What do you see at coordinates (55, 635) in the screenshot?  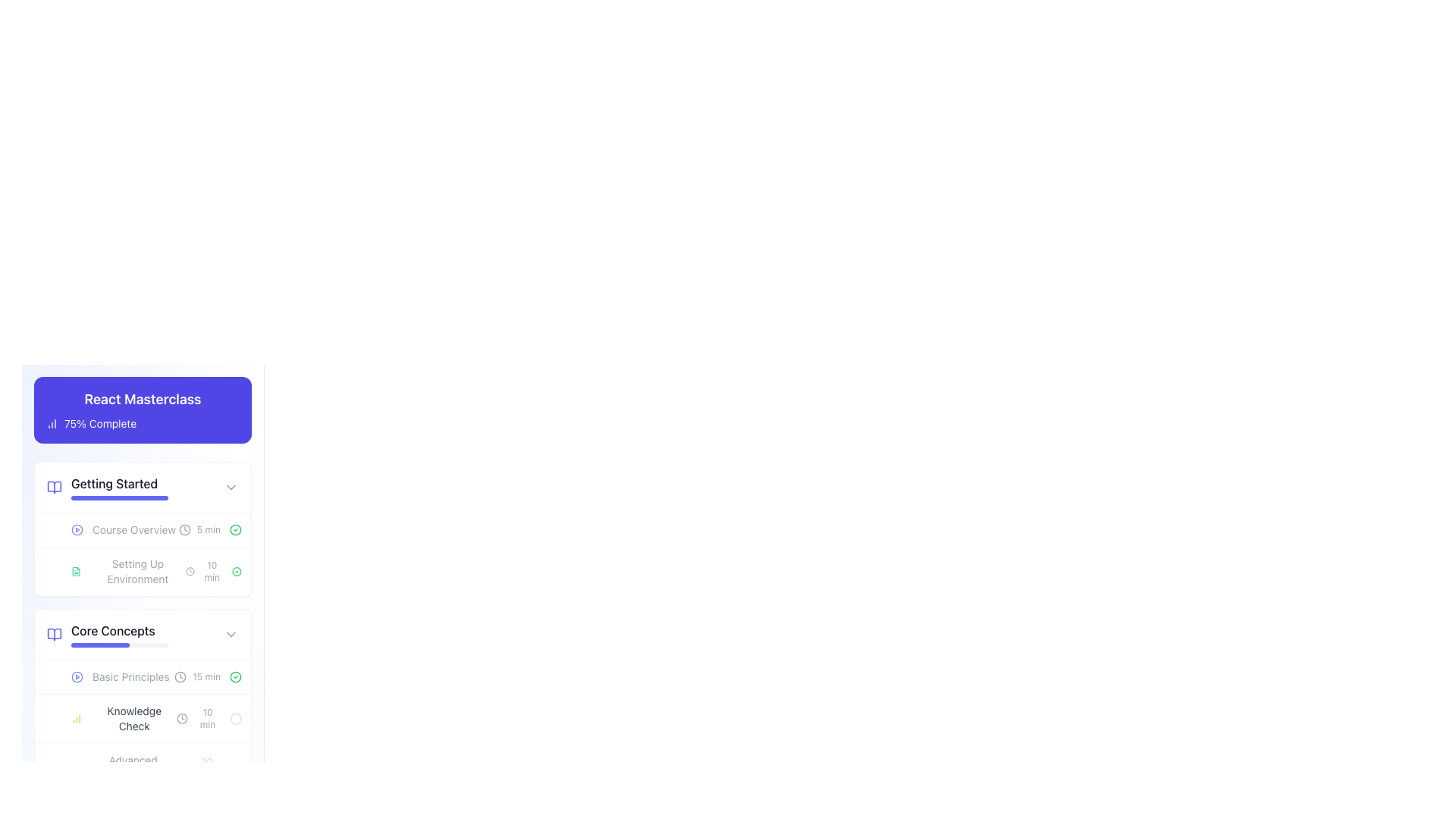 I see `the visual icon representing the 'Core Concepts' section, located to the left of the 'Core Concepts' text` at bounding box center [55, 635].